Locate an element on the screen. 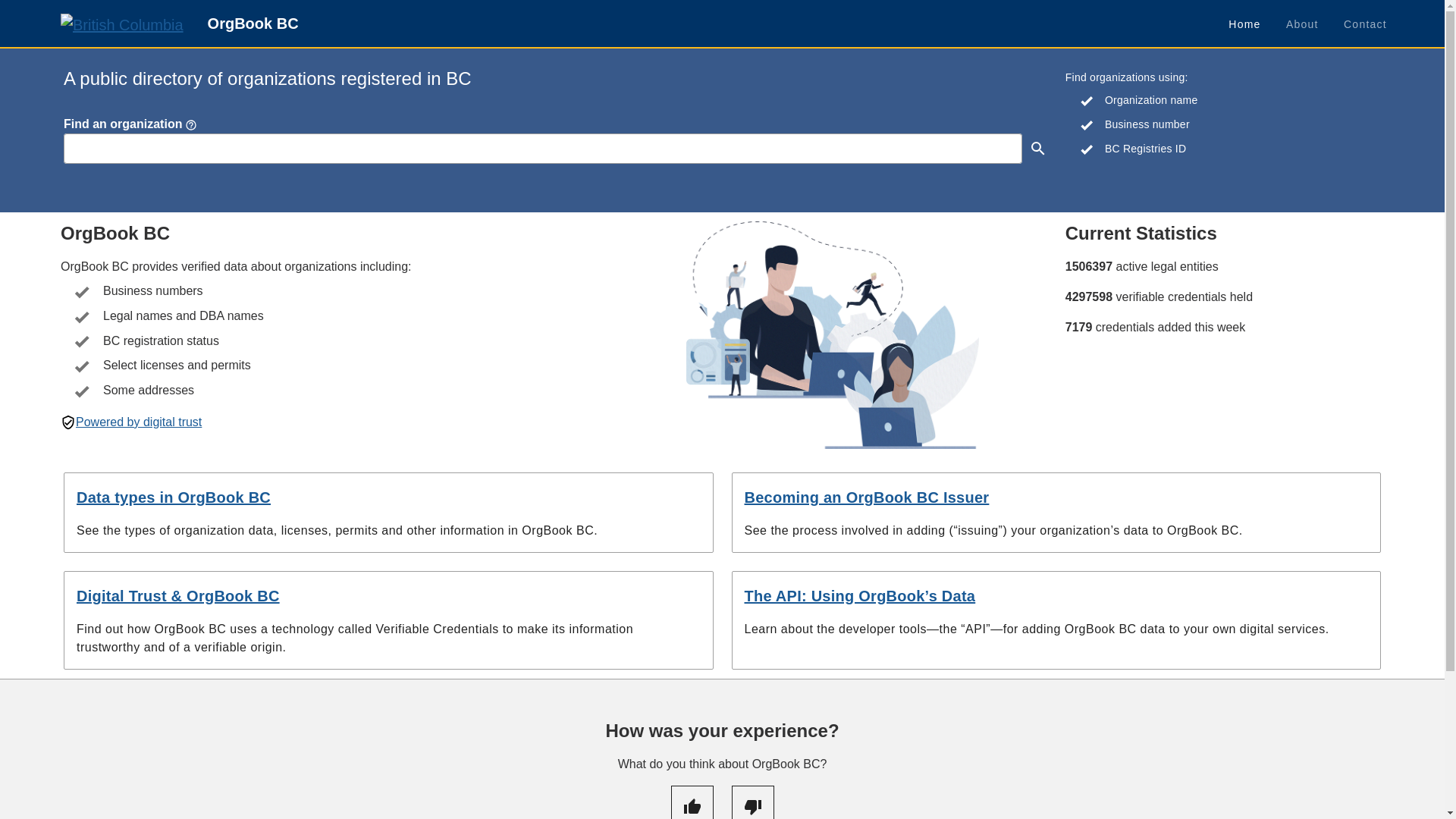 Image resolution: width=1456 pixels, height=819 pixels. 'Powered by digital trust' is located at coordinates (138, 422).